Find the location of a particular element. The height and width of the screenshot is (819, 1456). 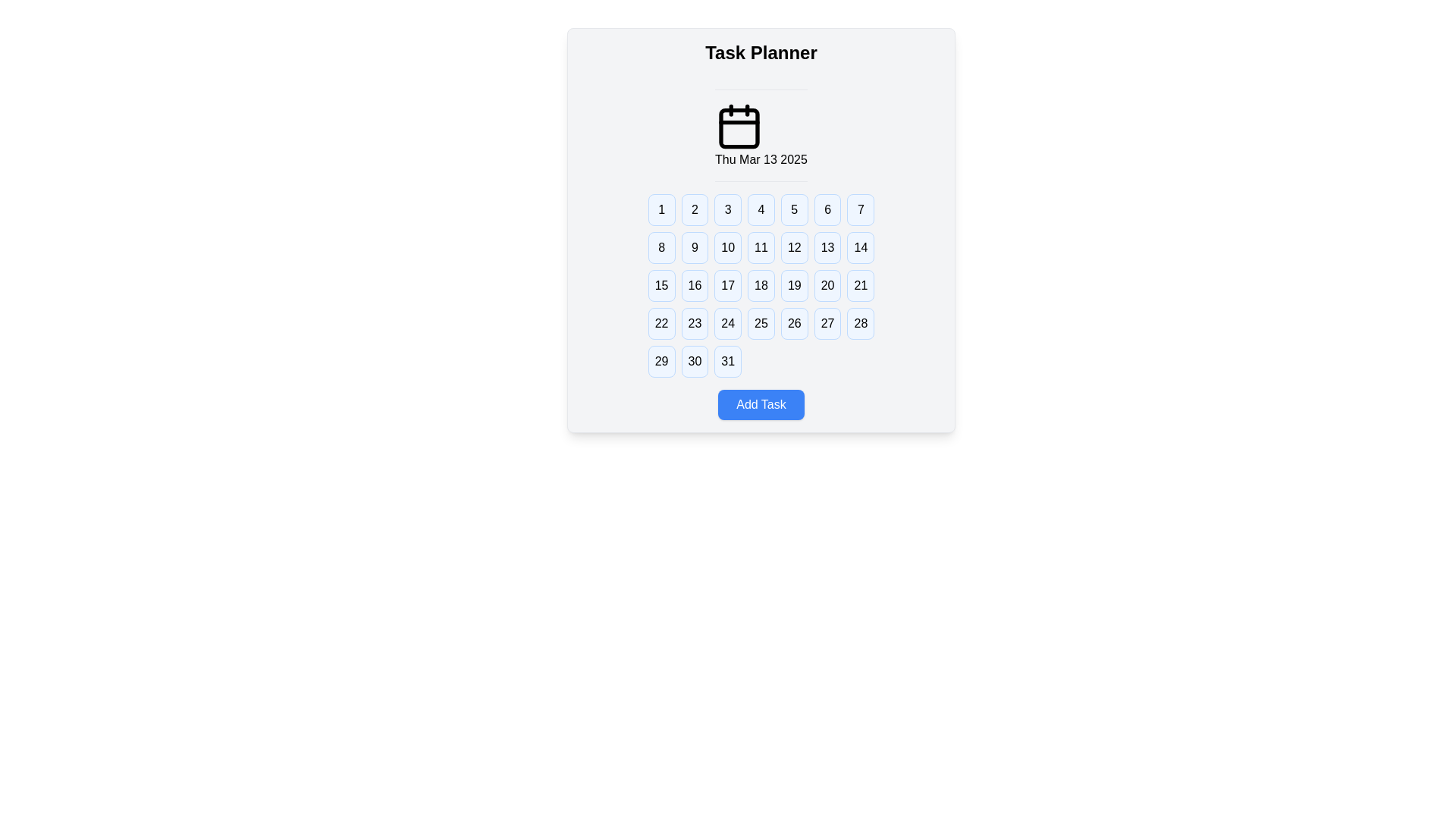

the specific day in the calendar grid UI component, which is styled with rounded edges and light blue backgrounds, located below the 'Task Planner' title and the date display 'Thu Mar 13 2025' is located at coordinates (761, 286).